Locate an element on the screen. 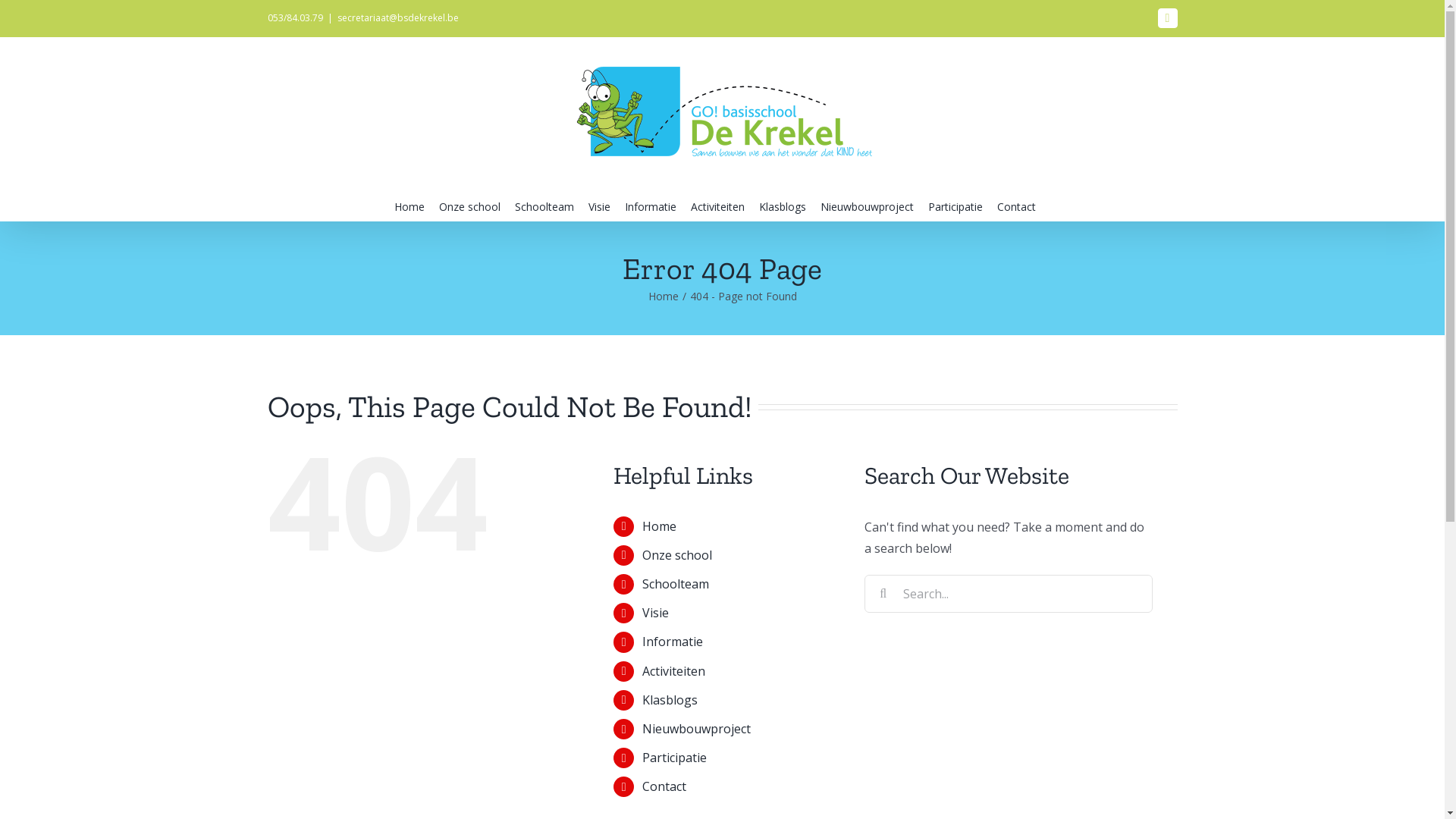 The height and width of the screenshot is (819, 1456). 'Participatie' is located at coordinates (673, 758).